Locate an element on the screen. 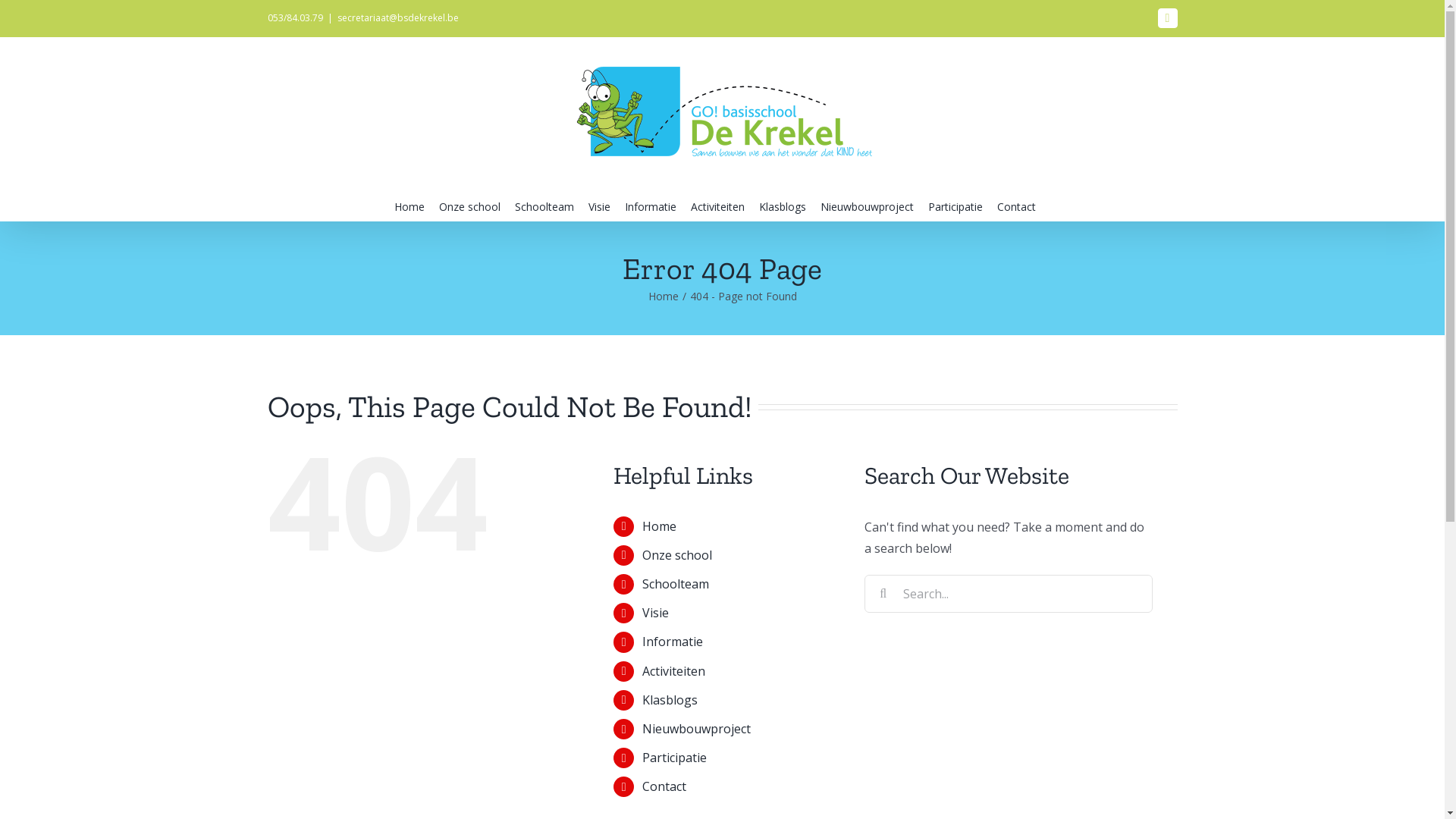 The height and width of the screenshot is (819, 1456). 'Participatie' is located at coordinates (673, 758).